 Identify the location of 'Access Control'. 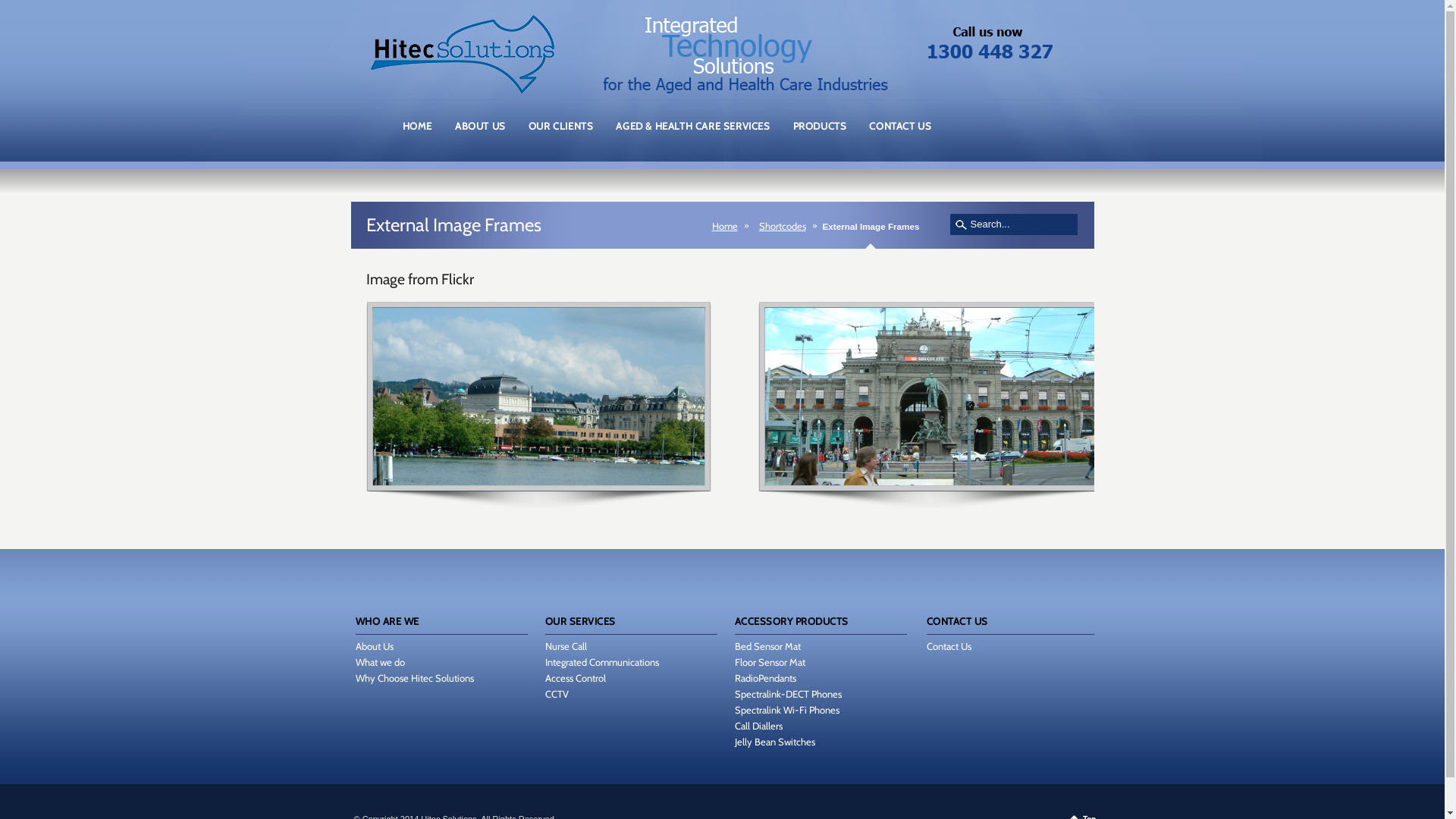
(574, 677).